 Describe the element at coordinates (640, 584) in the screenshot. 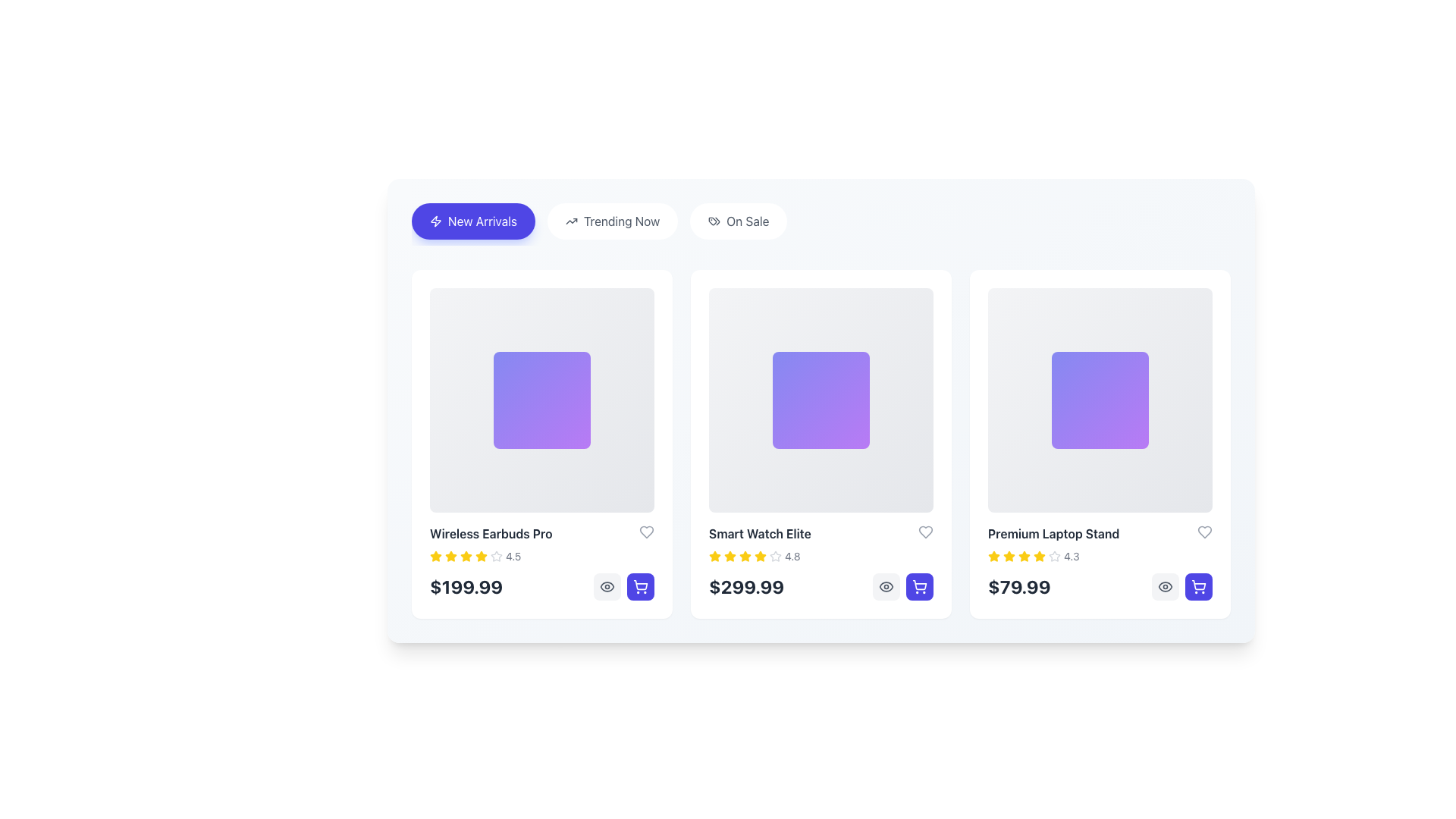

I see `the shopping cart icon represented by a vector graphic in the third product card, located at the bottom-right corner of the card` at that location.